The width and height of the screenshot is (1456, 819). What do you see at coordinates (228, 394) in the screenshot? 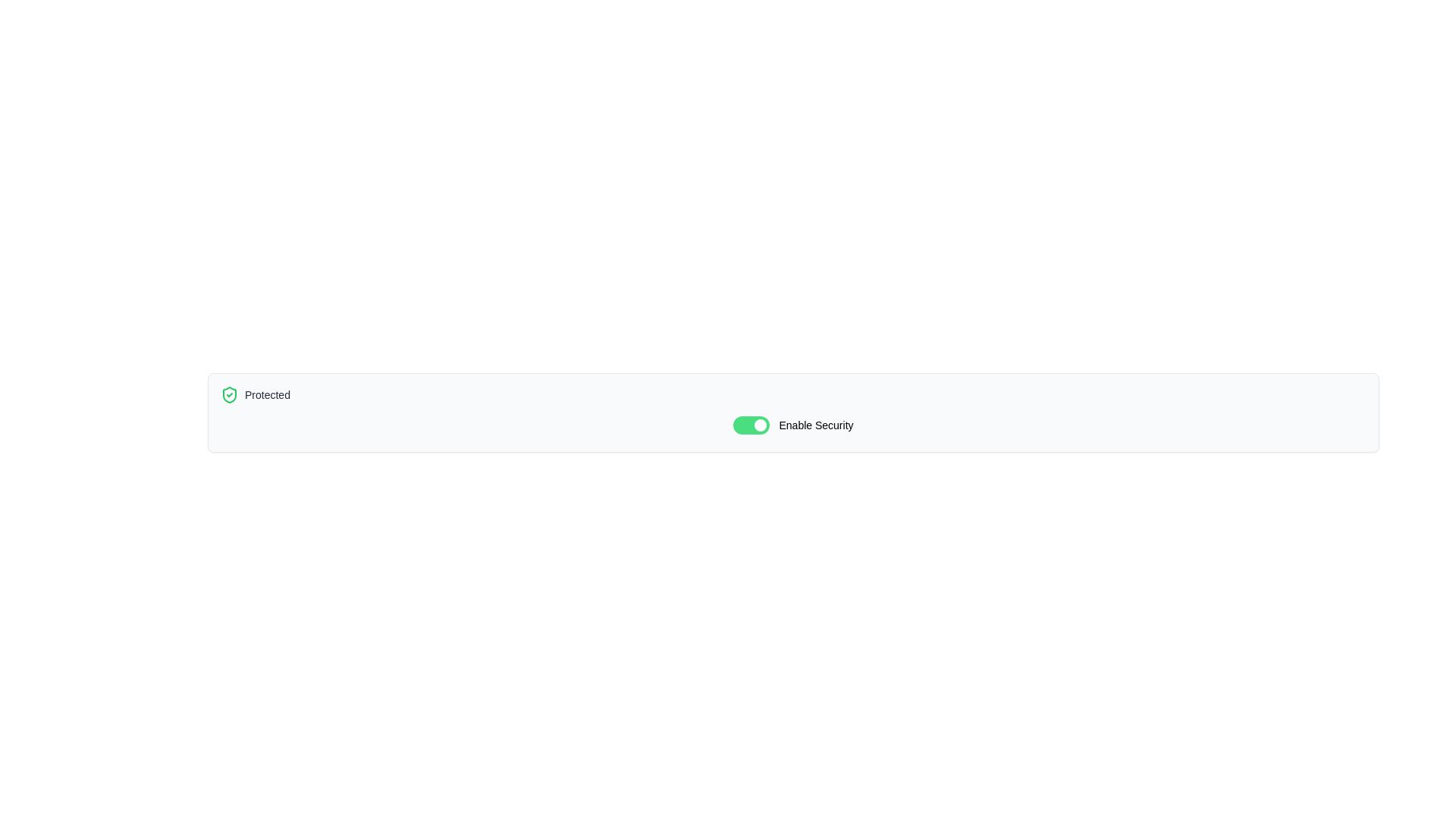
I see `the green shield icon with a checkmark indicating success, located to the left of the 'Protected' text` at bounding box center [228, 394].